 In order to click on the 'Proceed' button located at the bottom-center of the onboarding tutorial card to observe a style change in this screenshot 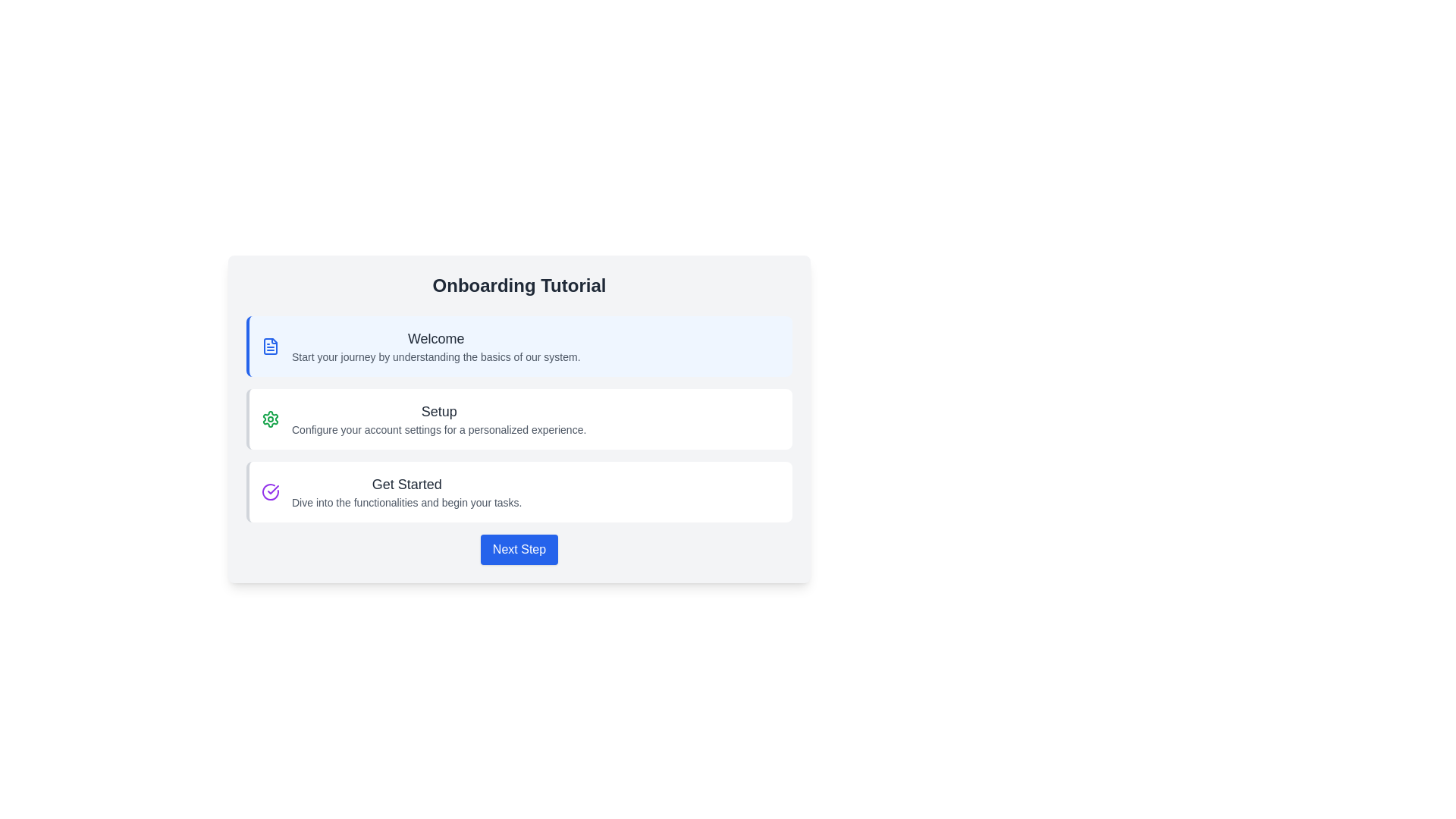, I will do `click(519, 550)`.